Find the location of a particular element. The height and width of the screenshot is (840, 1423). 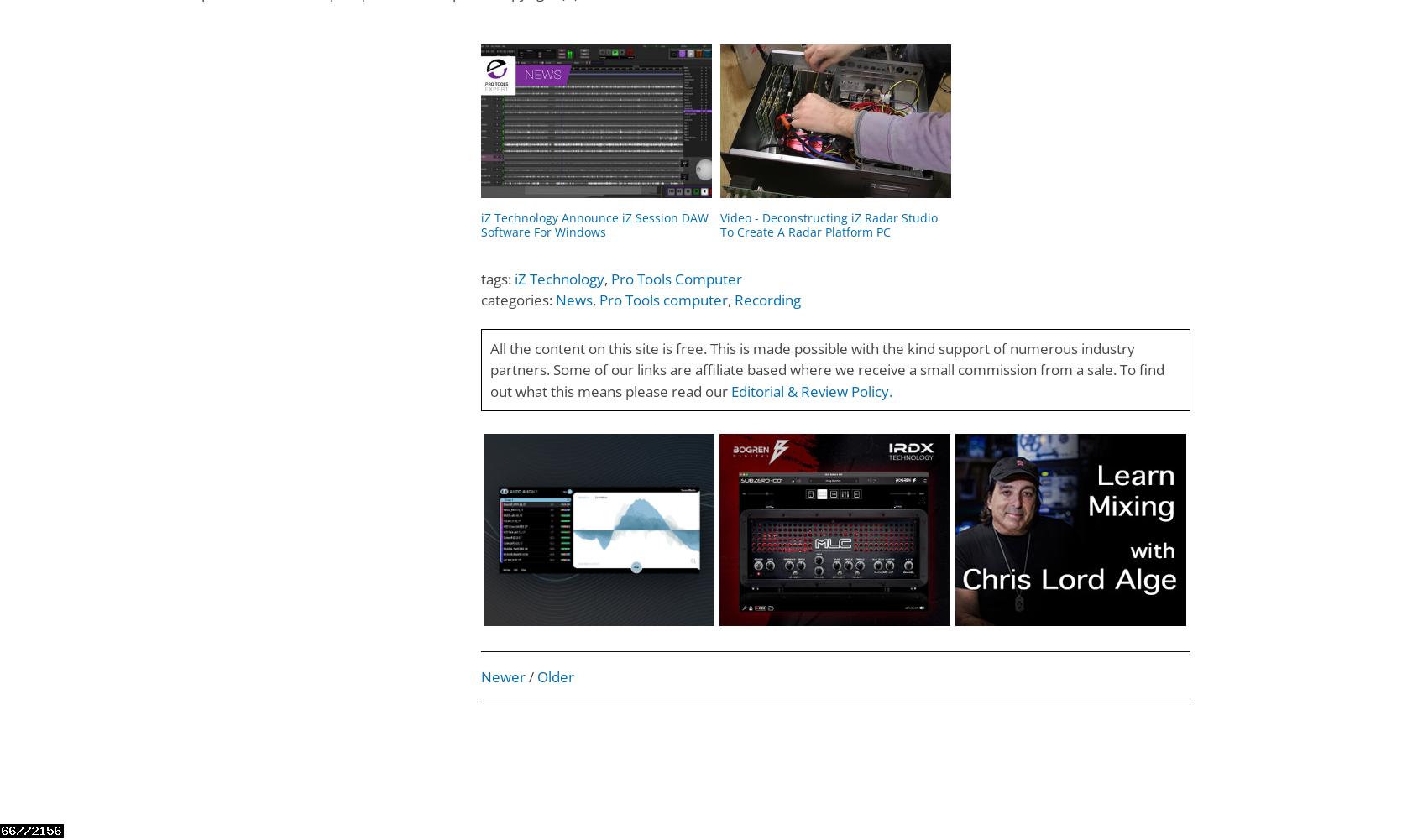

'Video - Deconstructing iZ Radar Studio To Create A Radar Platform PC' is located at coordinates (827, 223).